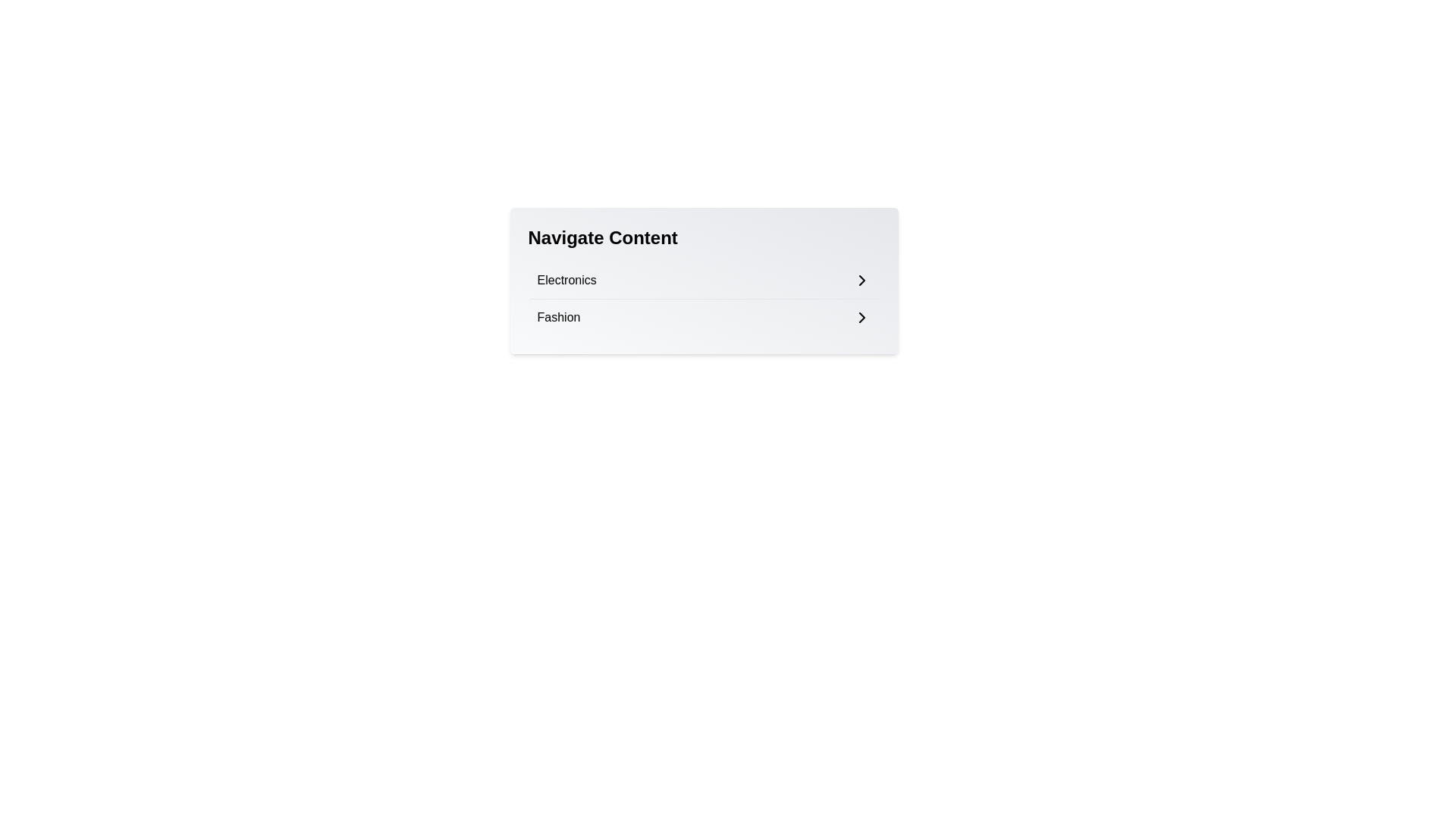 The width and height of the screenshot is (1456, 819). Describe the element at coordinates (703, 299) in the screenshot. I see `the 'Fashion' item in the vertically arranged list of selectable items, which is part of the 'Navigate Content' card` at that location.